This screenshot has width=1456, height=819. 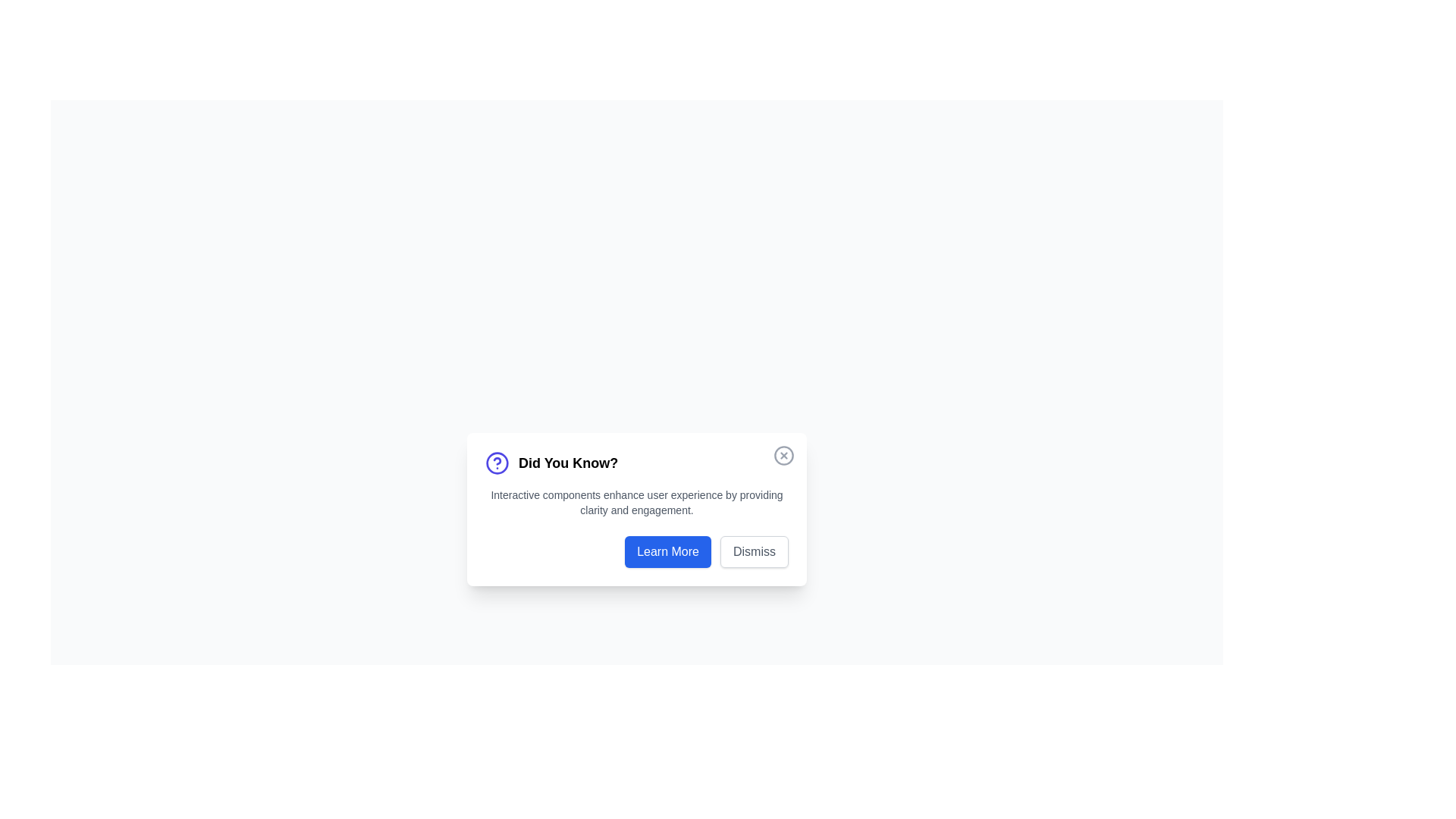 I want to click on the 'Learn More' button, which is a rectangular button with white text on a blue background, located in the lower section of a dialog box, so click(x=637, y=552).